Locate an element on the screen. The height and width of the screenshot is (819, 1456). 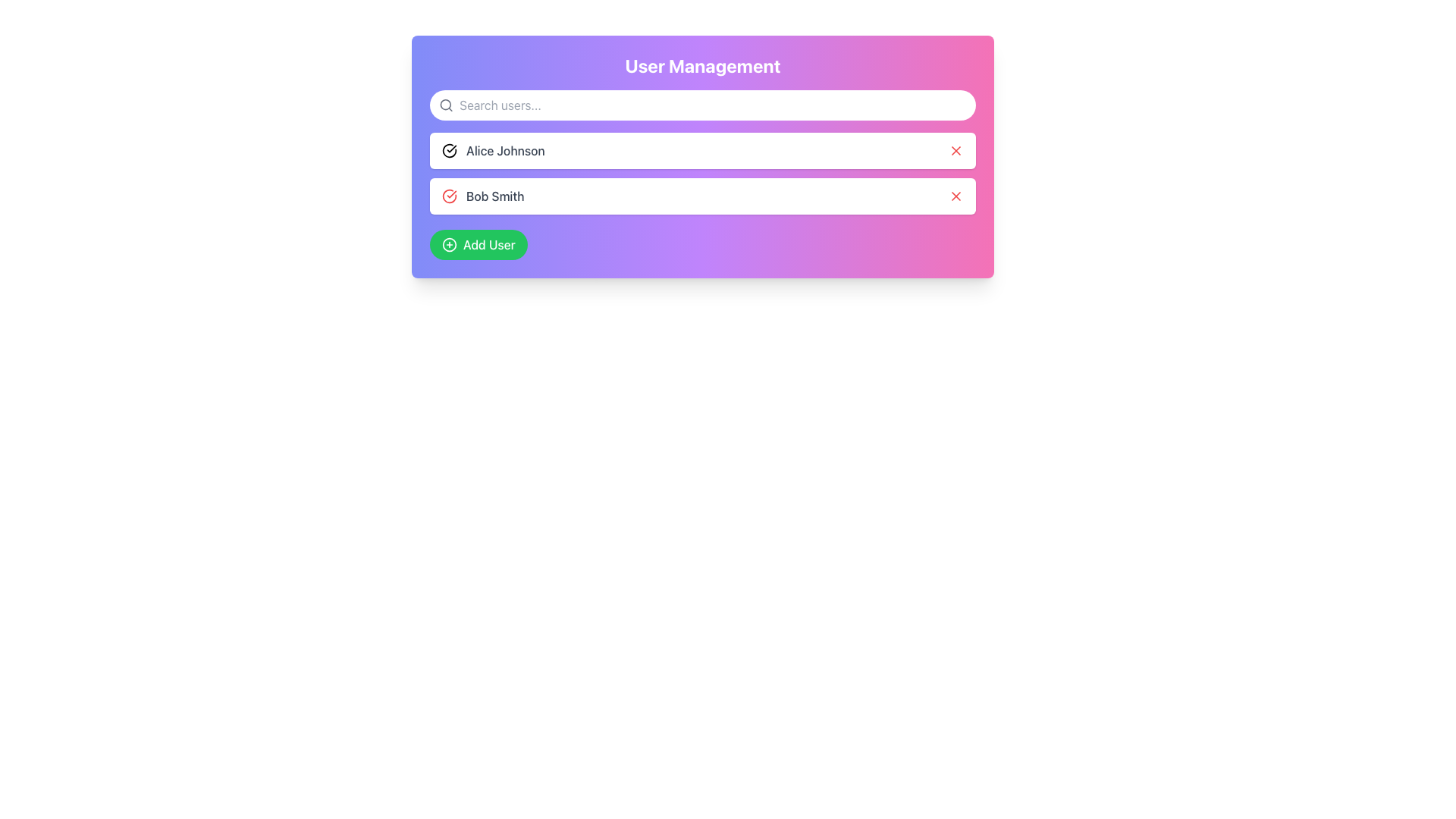
the text label containing the name 'Alice Johnson' is located at coordinates (493, 151).